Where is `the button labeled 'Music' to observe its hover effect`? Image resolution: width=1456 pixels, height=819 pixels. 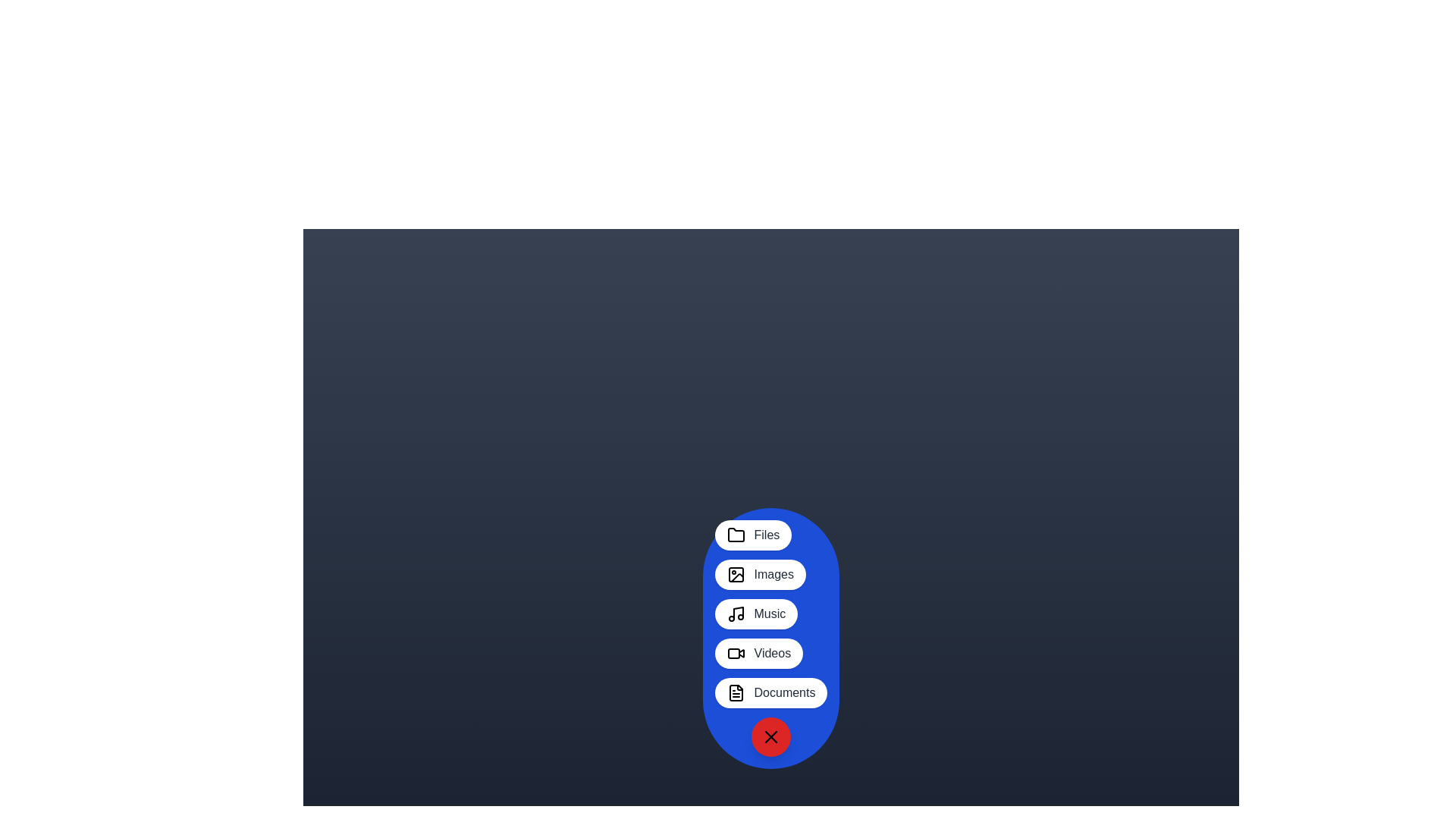 the button labeled 'Music' to observe its hover effect is located at coordinates (756, 614).